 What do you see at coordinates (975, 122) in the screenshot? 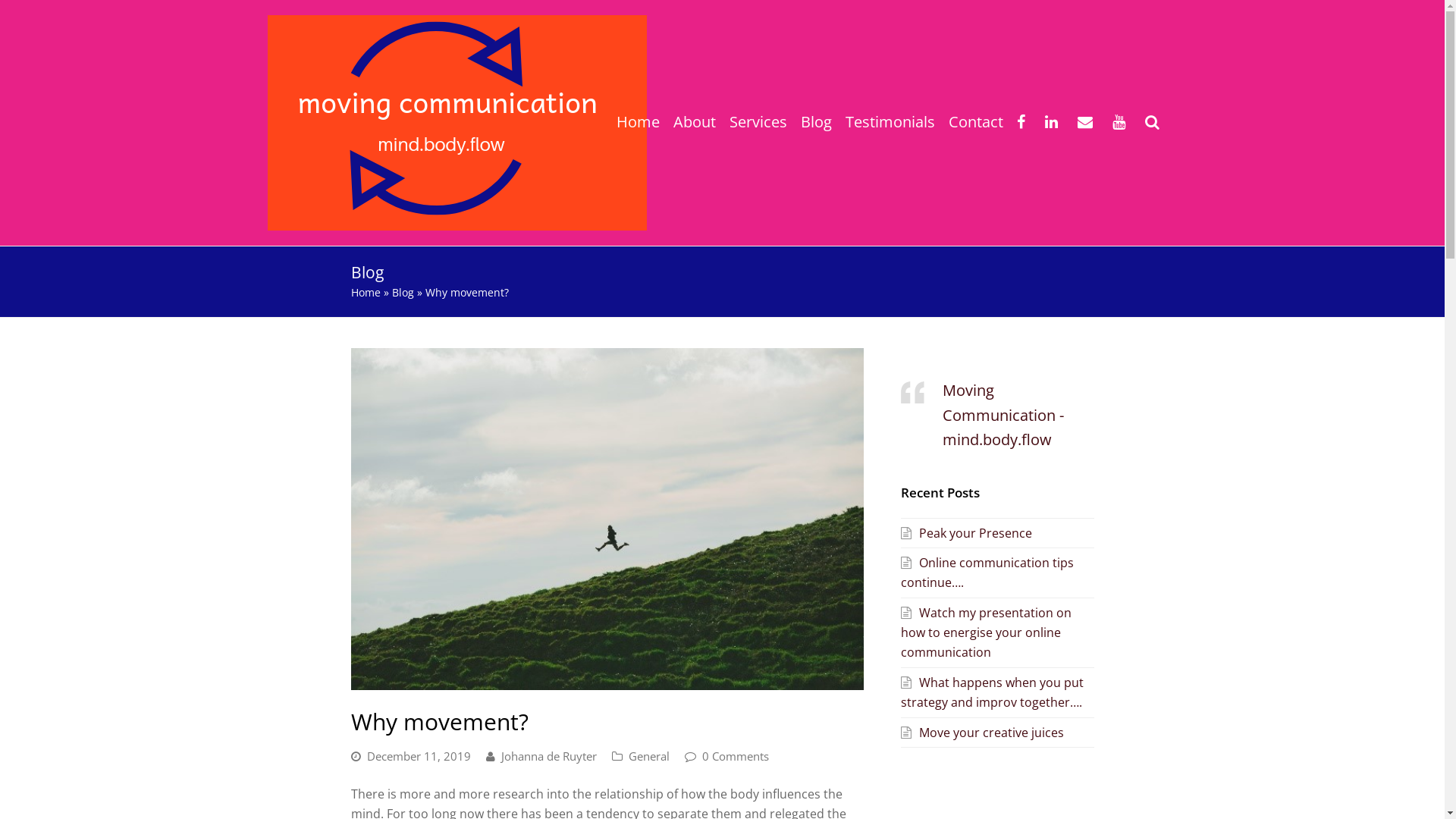
I see `'Contact'` at bounding box center [975, 122].